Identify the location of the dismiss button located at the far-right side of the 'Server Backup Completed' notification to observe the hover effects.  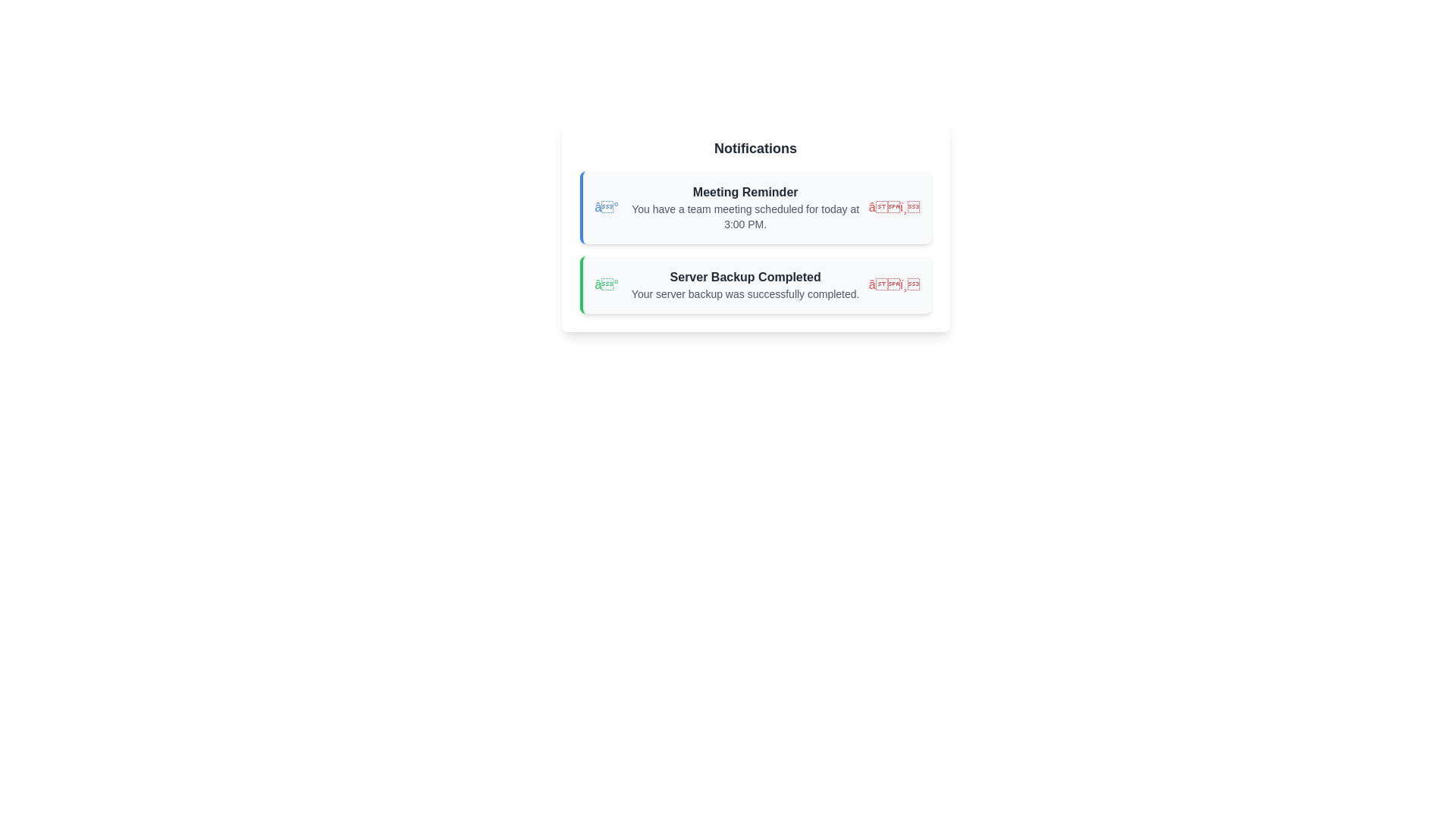
(894, 284).